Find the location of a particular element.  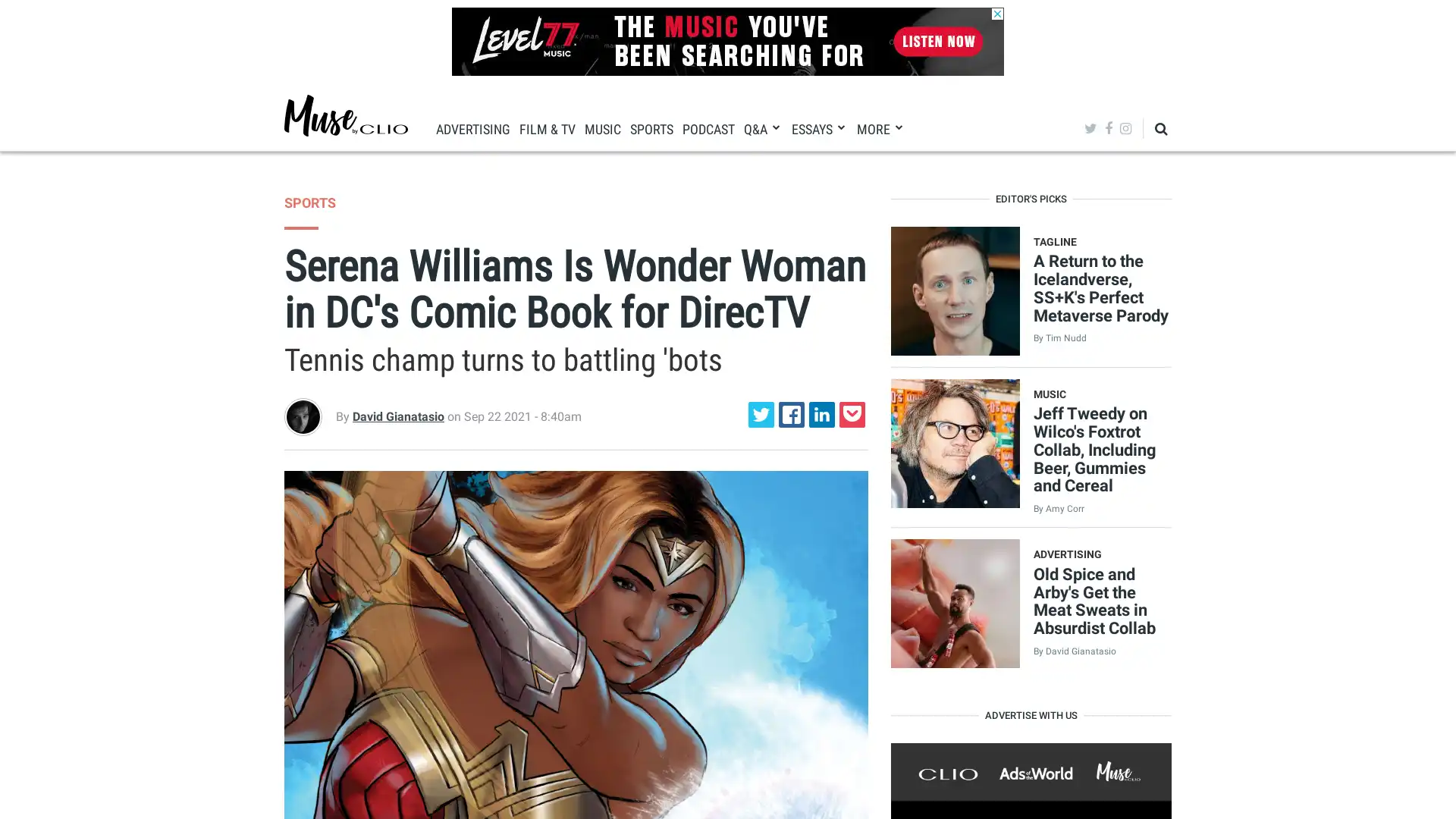

Go is located at coordinates (1124, 174).